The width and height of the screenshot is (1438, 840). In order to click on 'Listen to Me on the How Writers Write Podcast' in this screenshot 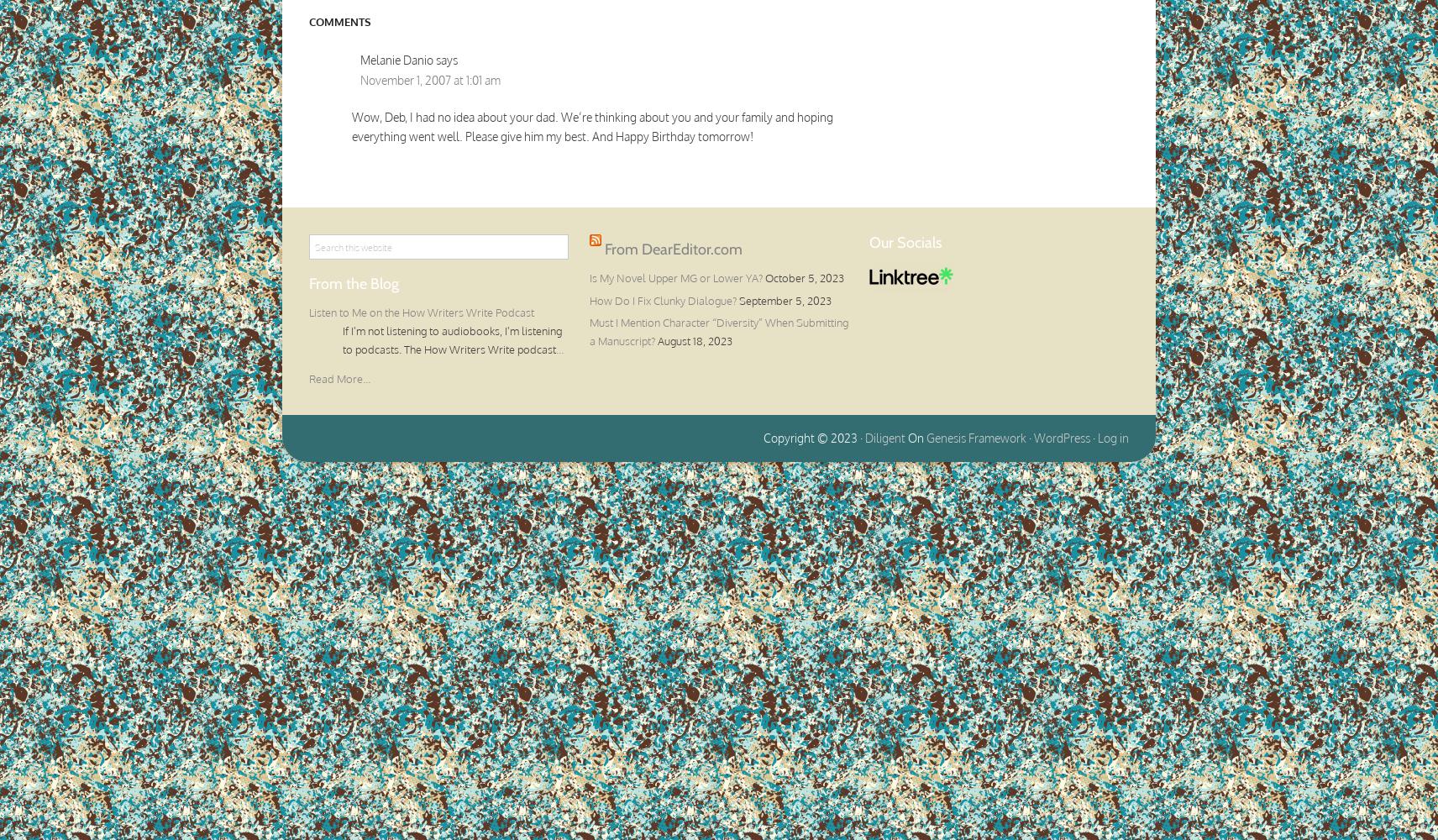, I will do `click(420, 312)`.